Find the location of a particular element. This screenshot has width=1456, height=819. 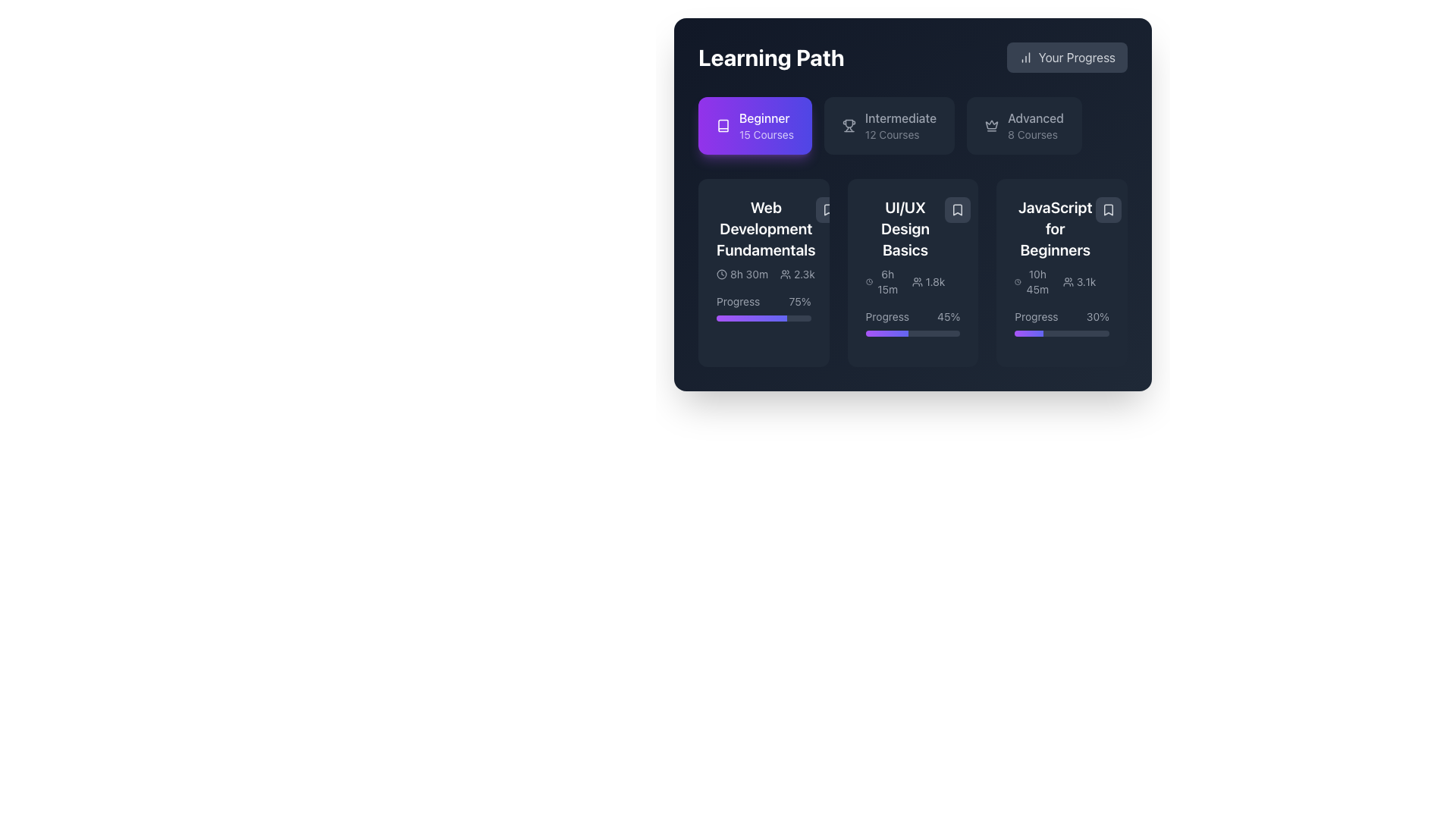

the static text element displaying '2.3k' that is positioned next to the group of people icon in the leftmost course card of 'Web Development Fundamentals' is located at coordinates (803, 275).